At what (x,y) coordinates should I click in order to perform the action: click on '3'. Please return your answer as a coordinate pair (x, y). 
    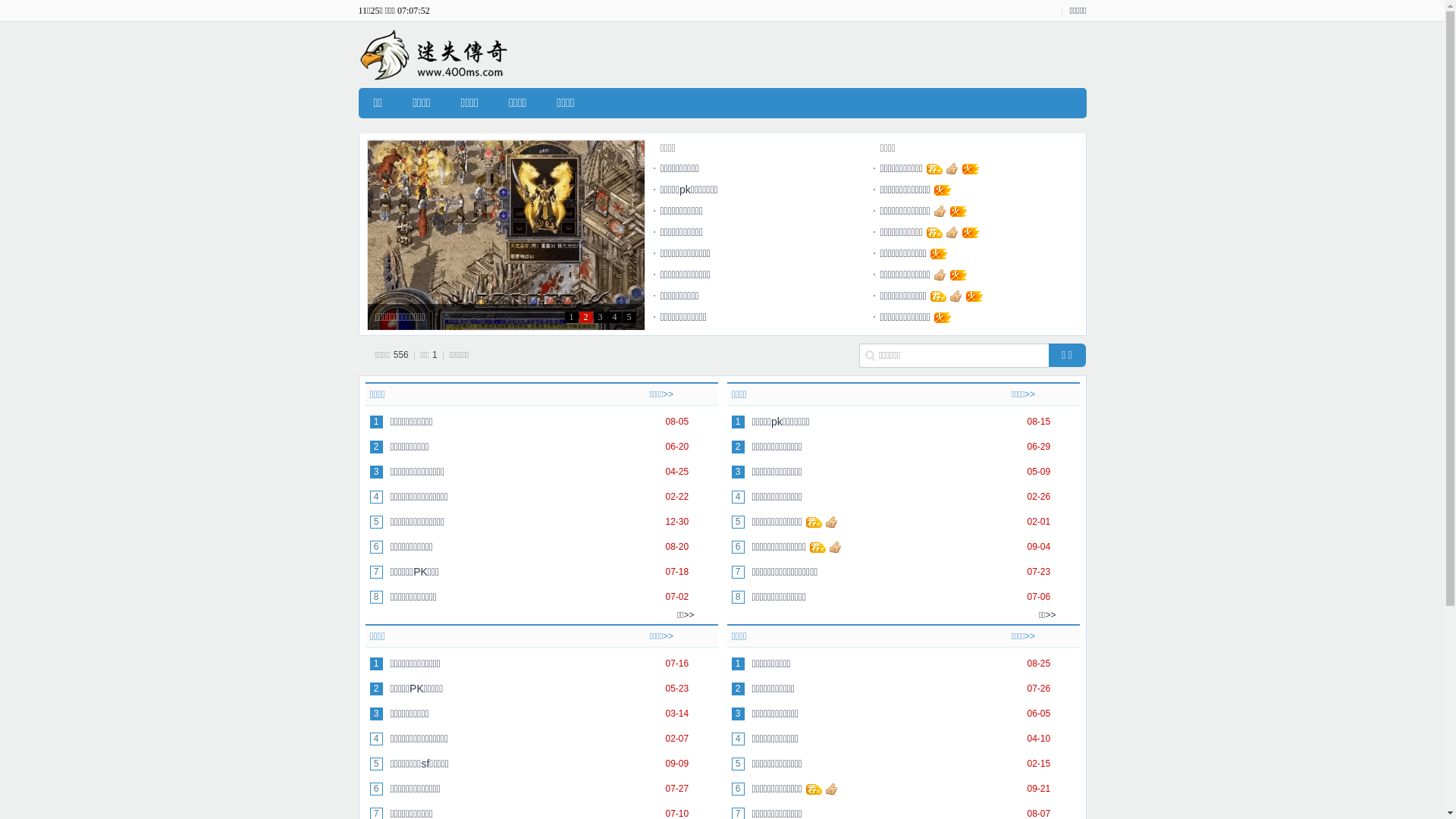
    Looking at the image, I should click on (599, 316).